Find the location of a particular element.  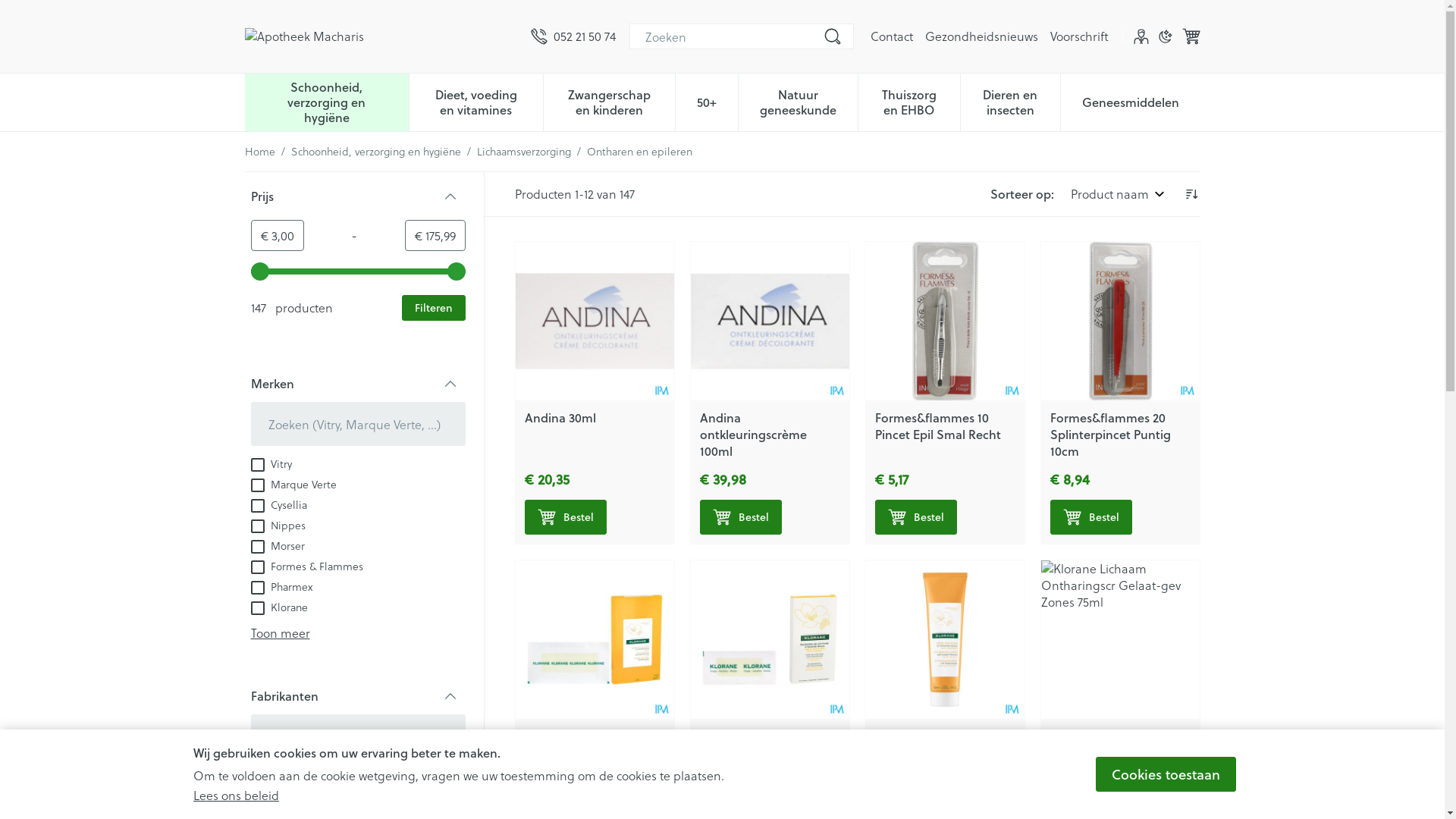

'50+' is located at coordinates (705, 100).